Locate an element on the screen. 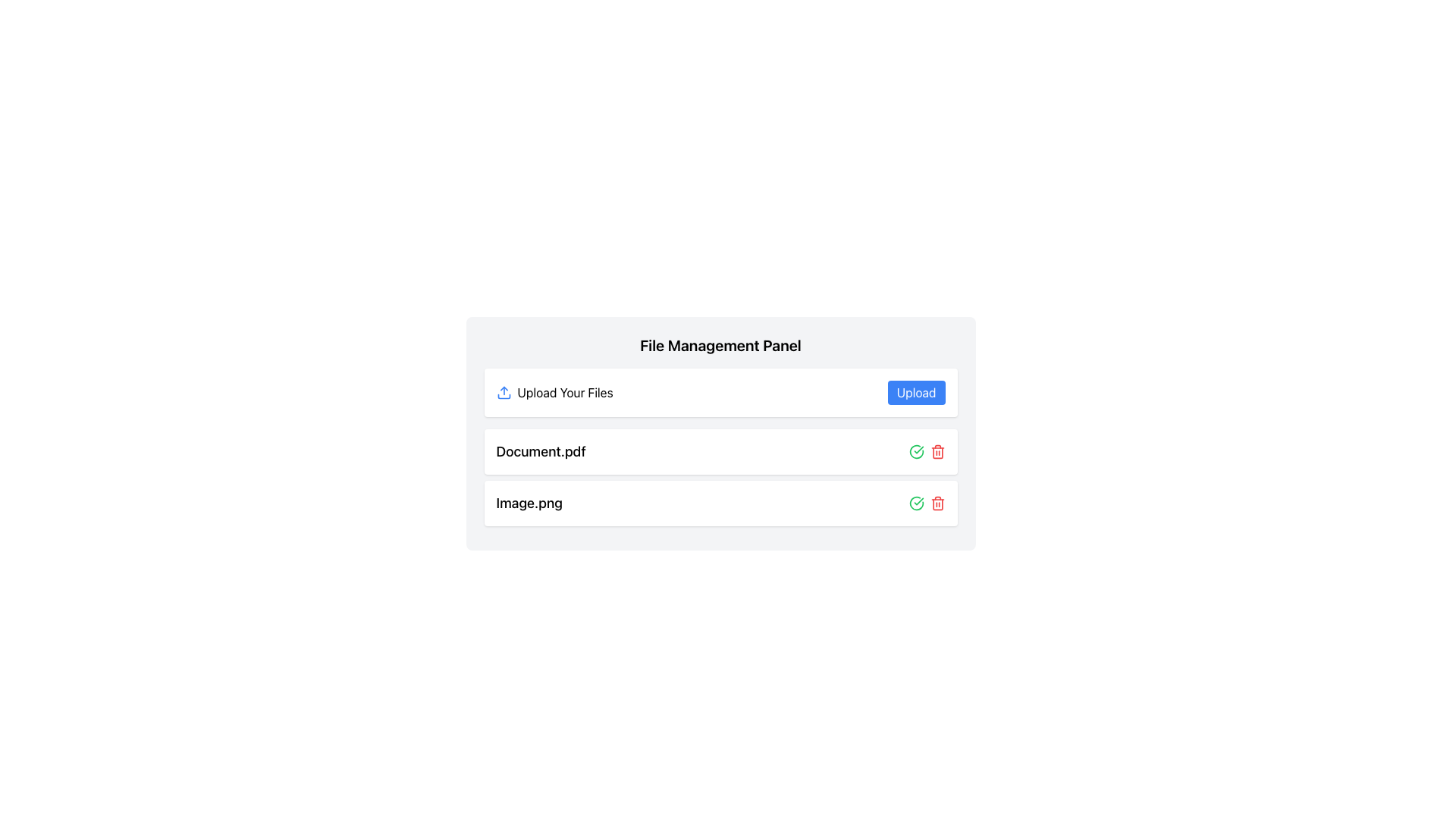 The width and height of the screenshot is (1456, 819). text from the label located to the right of the file upload icon and left of the blue 'Upload' button, positioned in the upper section of the form-like layout is located at coordinates (564, 391).